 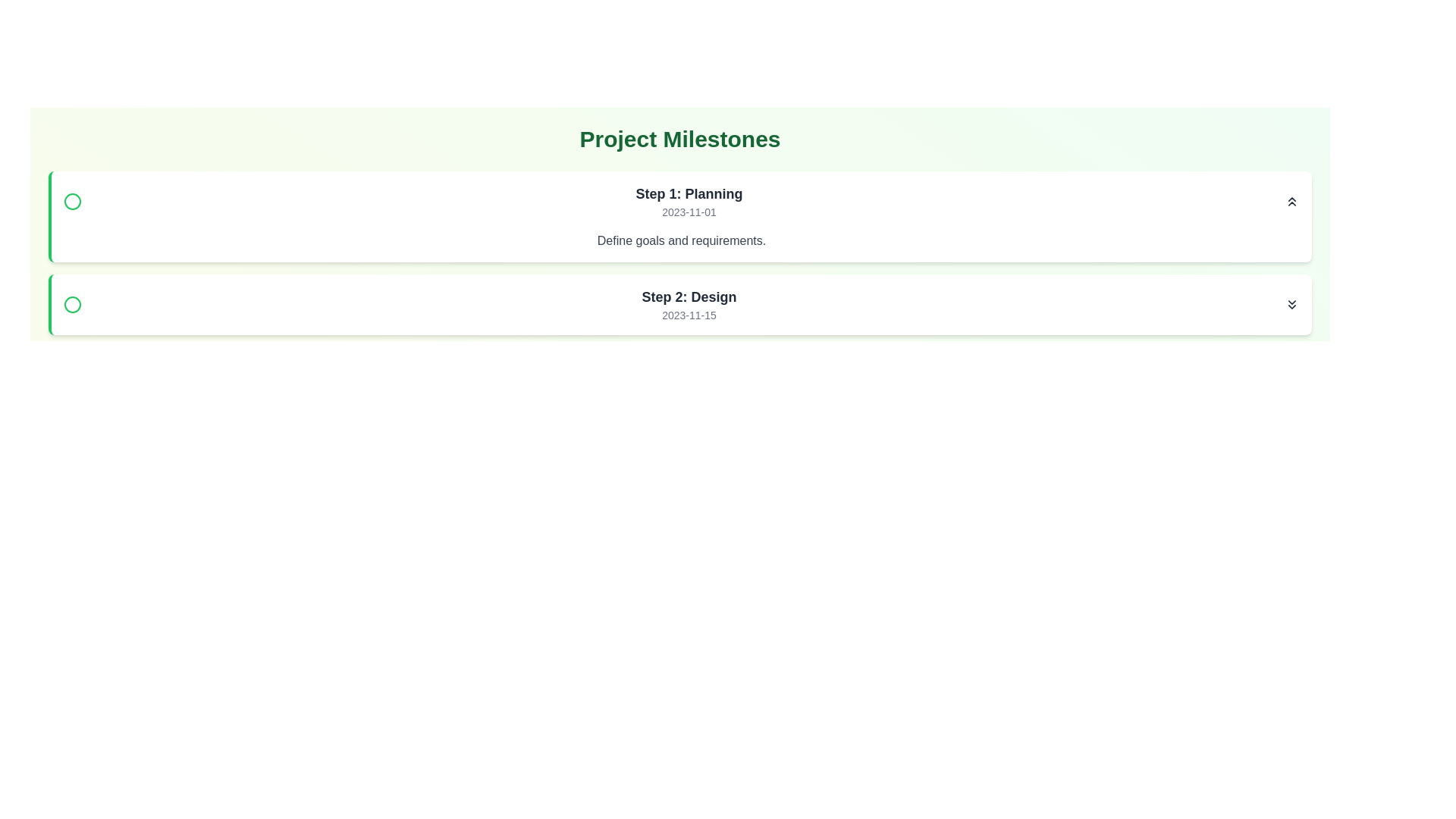 I want to click on the chevrons icon group located on the far right of the 'Step 1: Planning' section header, so click(x=1291, y=201).